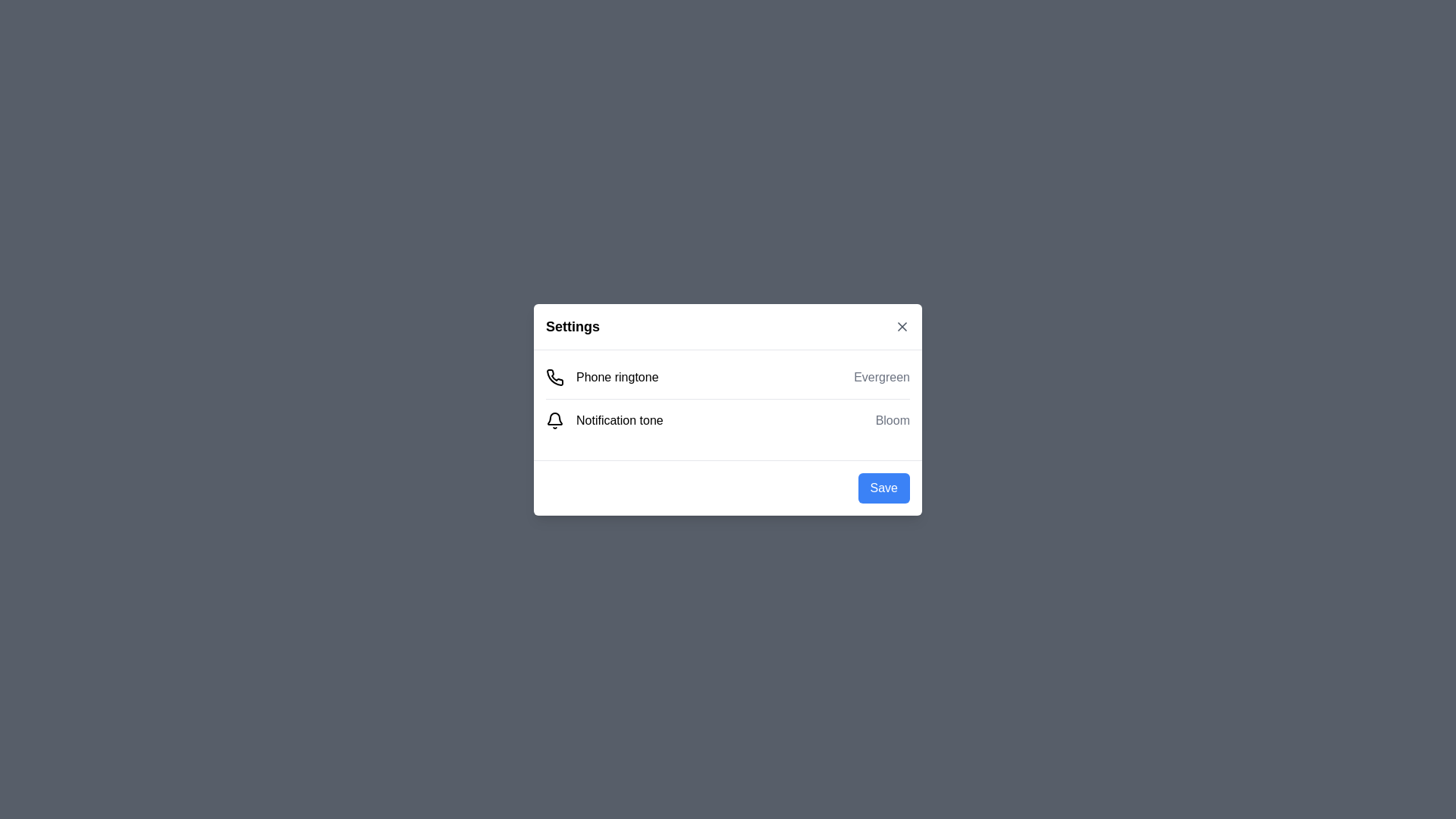 Image resolution: width=1456 pixels, height=819 pixels. Describe the element at coordinates (728, 397) in the screenshot. I see `the 'Notification tone' item in the list of selectable items within the 'Settings' modal` at that location.